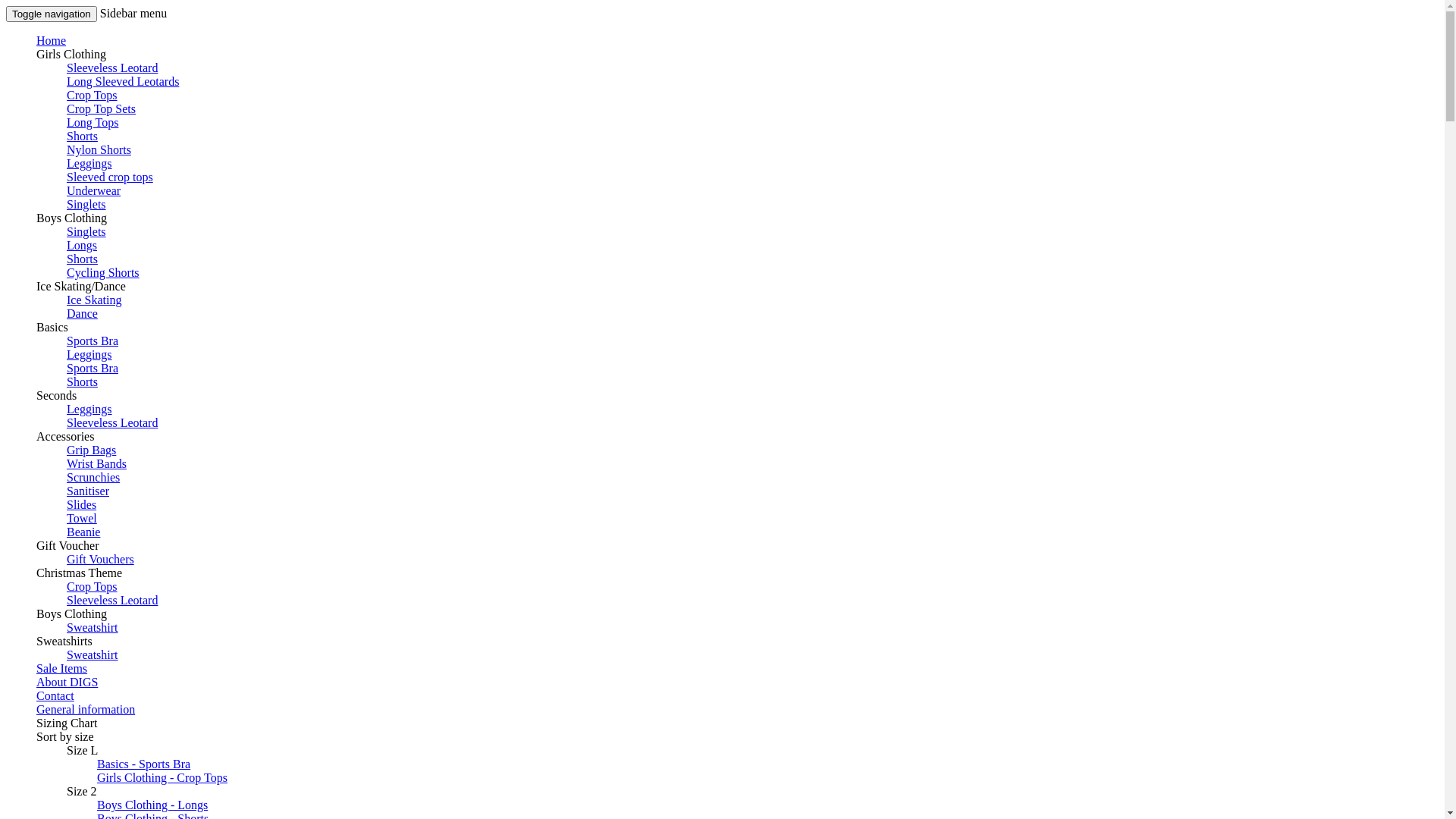 The height and width of the screenshot is (819, 1456). Describe the element at coordinates (65, 203) in the screenshot. I see `'Singlets'` at that location.